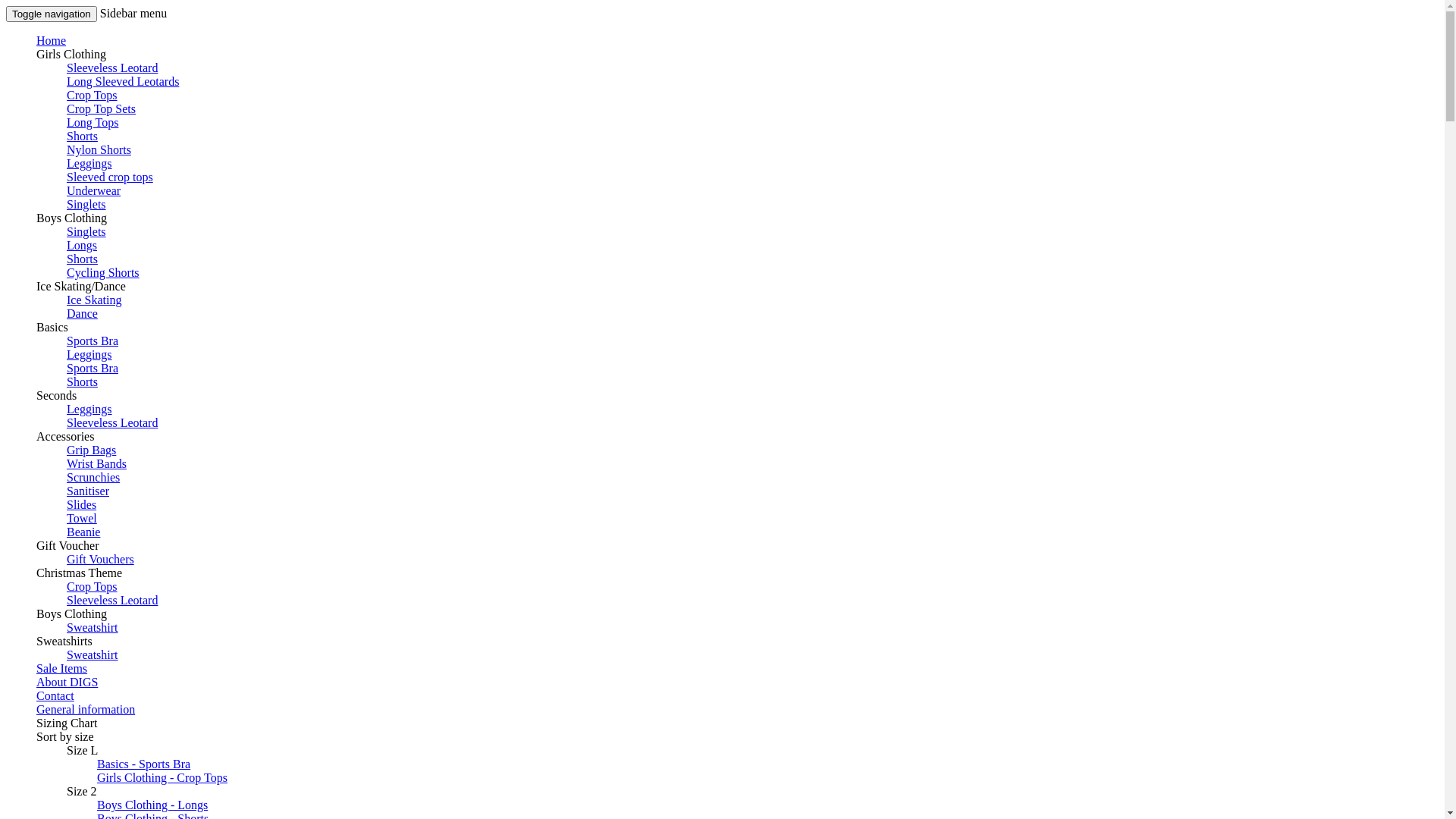 The height and width of the screenshot is (819, 1456). Describe the element at coordinates (65, 203) in the screenshot. I see `'Singlets'` at that location.